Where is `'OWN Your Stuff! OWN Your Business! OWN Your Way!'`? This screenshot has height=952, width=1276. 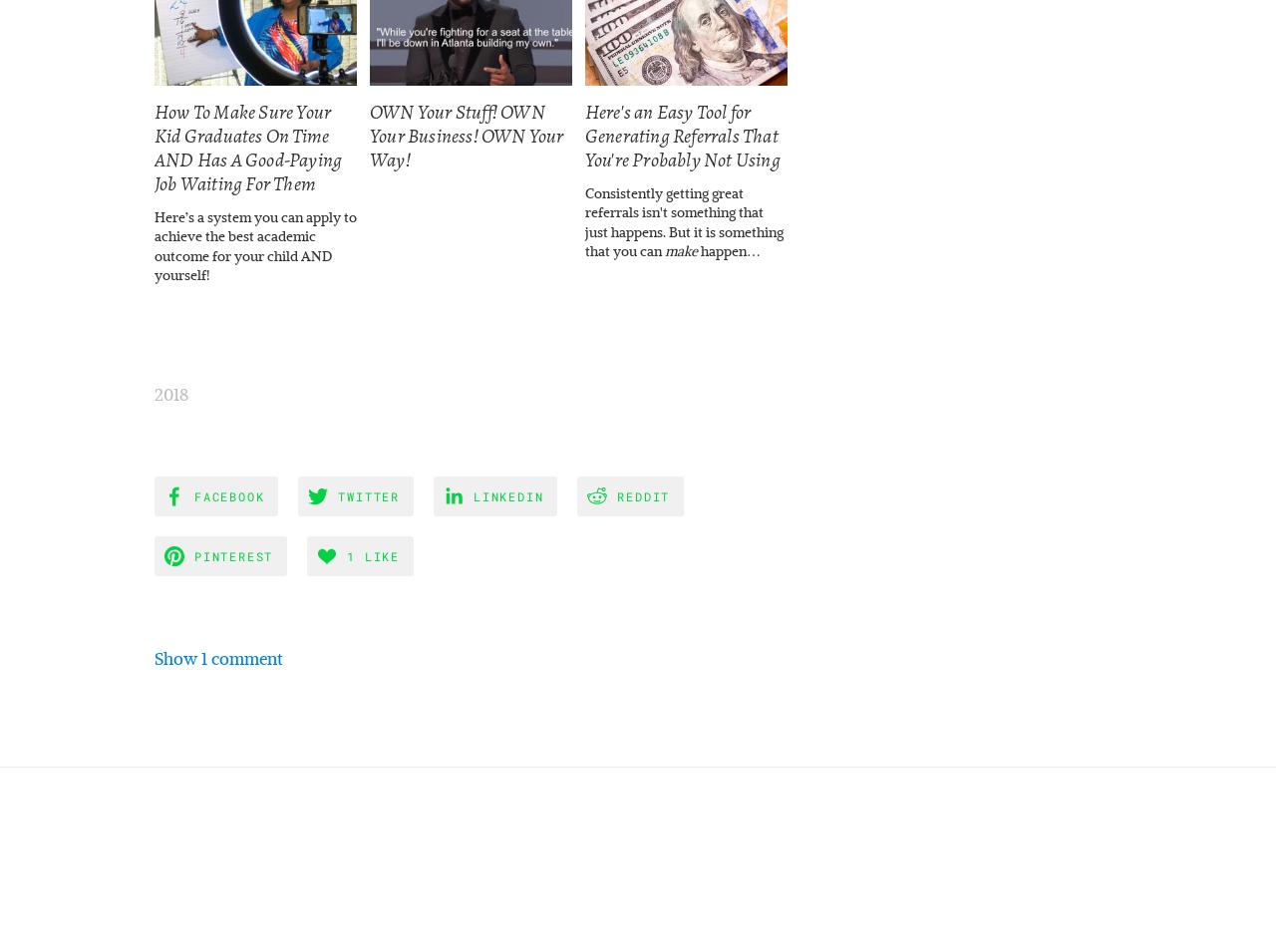 'OWN Your Stuff! OWN Your Business! OWN Your Way!' is located at coordinates (369, 136).